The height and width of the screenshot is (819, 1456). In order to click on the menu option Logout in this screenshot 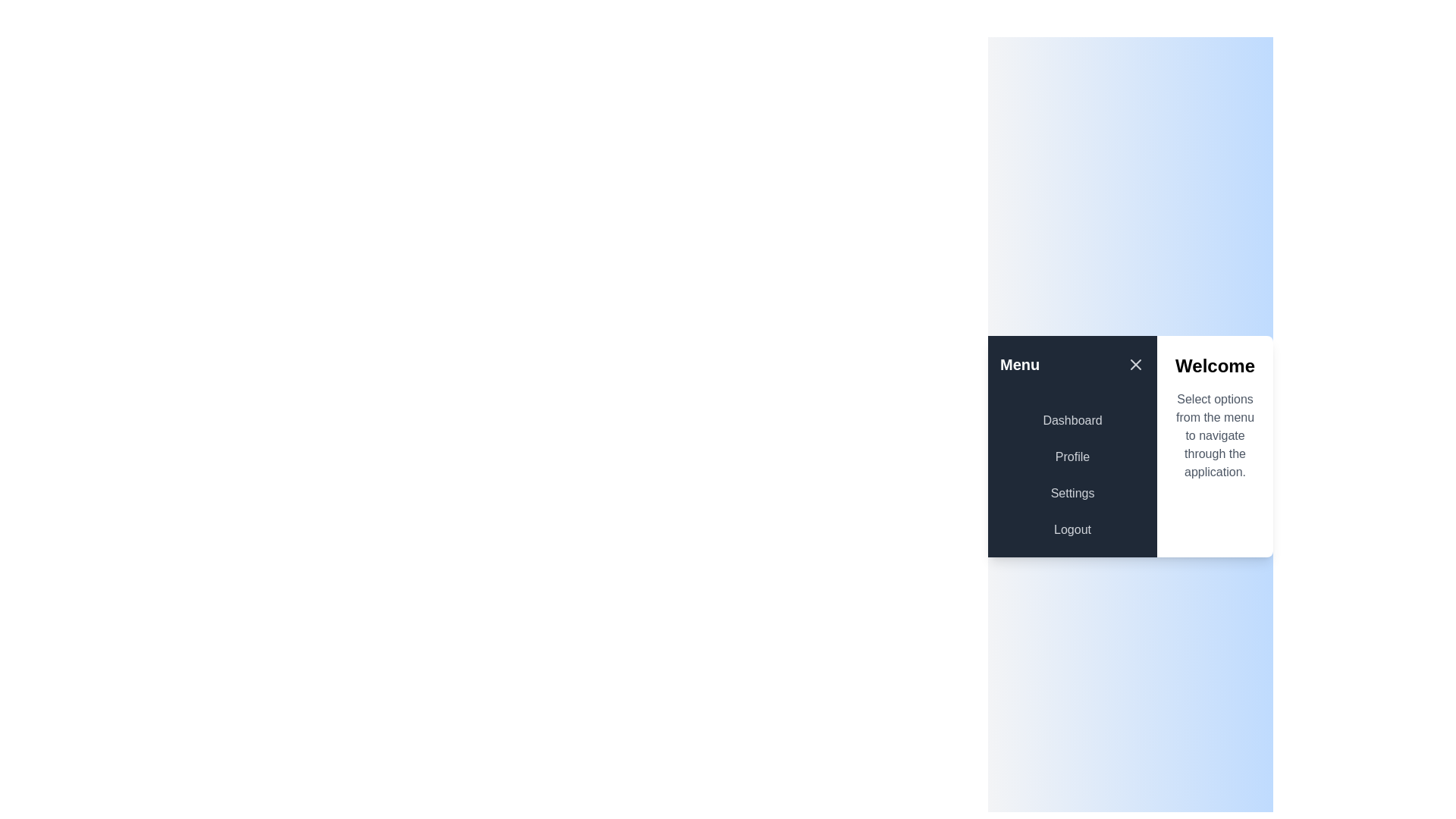, I will do `click(1072, 529)`.